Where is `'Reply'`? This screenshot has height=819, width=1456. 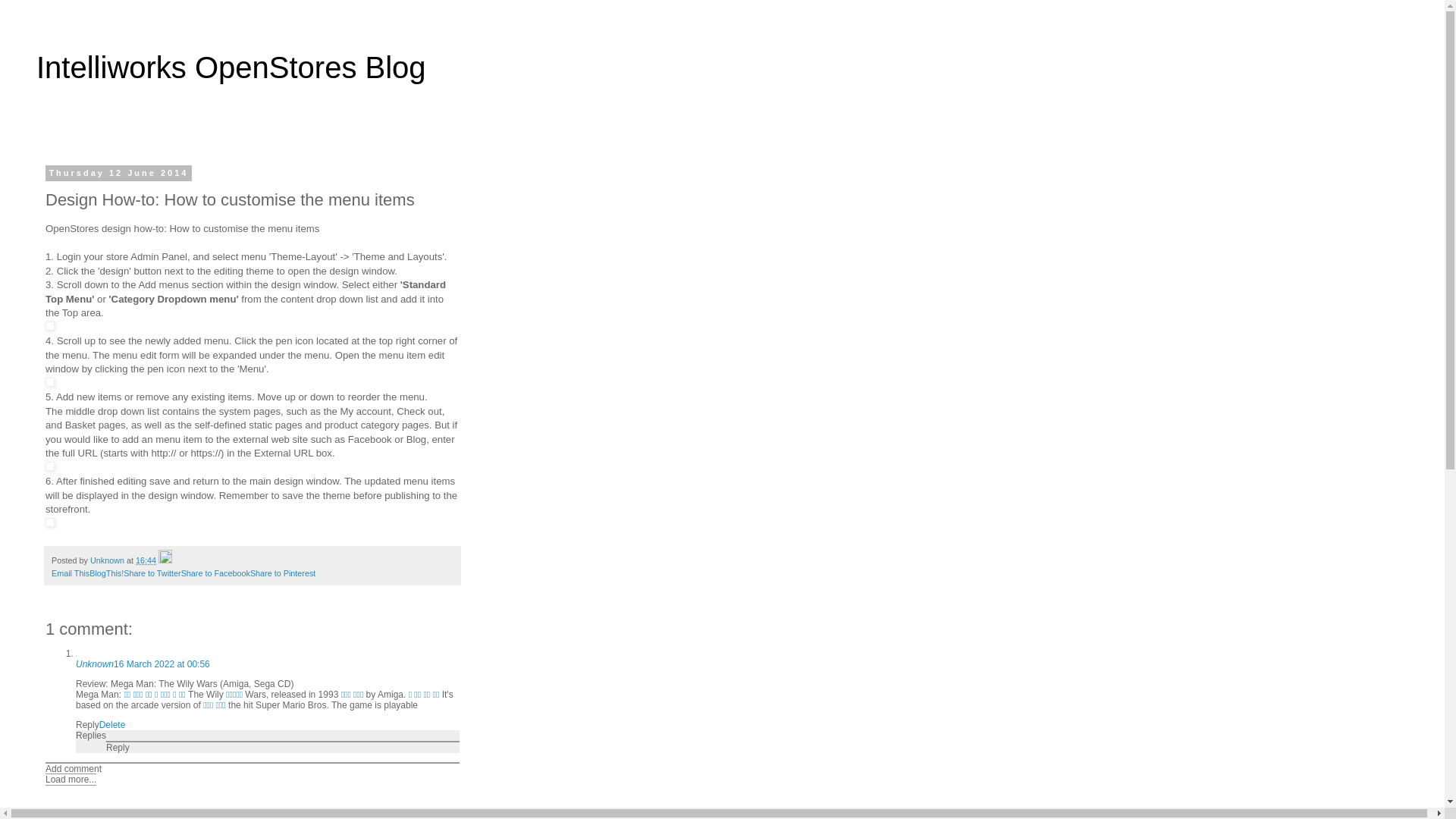 'Reply' is located at coordinates (117, 747).